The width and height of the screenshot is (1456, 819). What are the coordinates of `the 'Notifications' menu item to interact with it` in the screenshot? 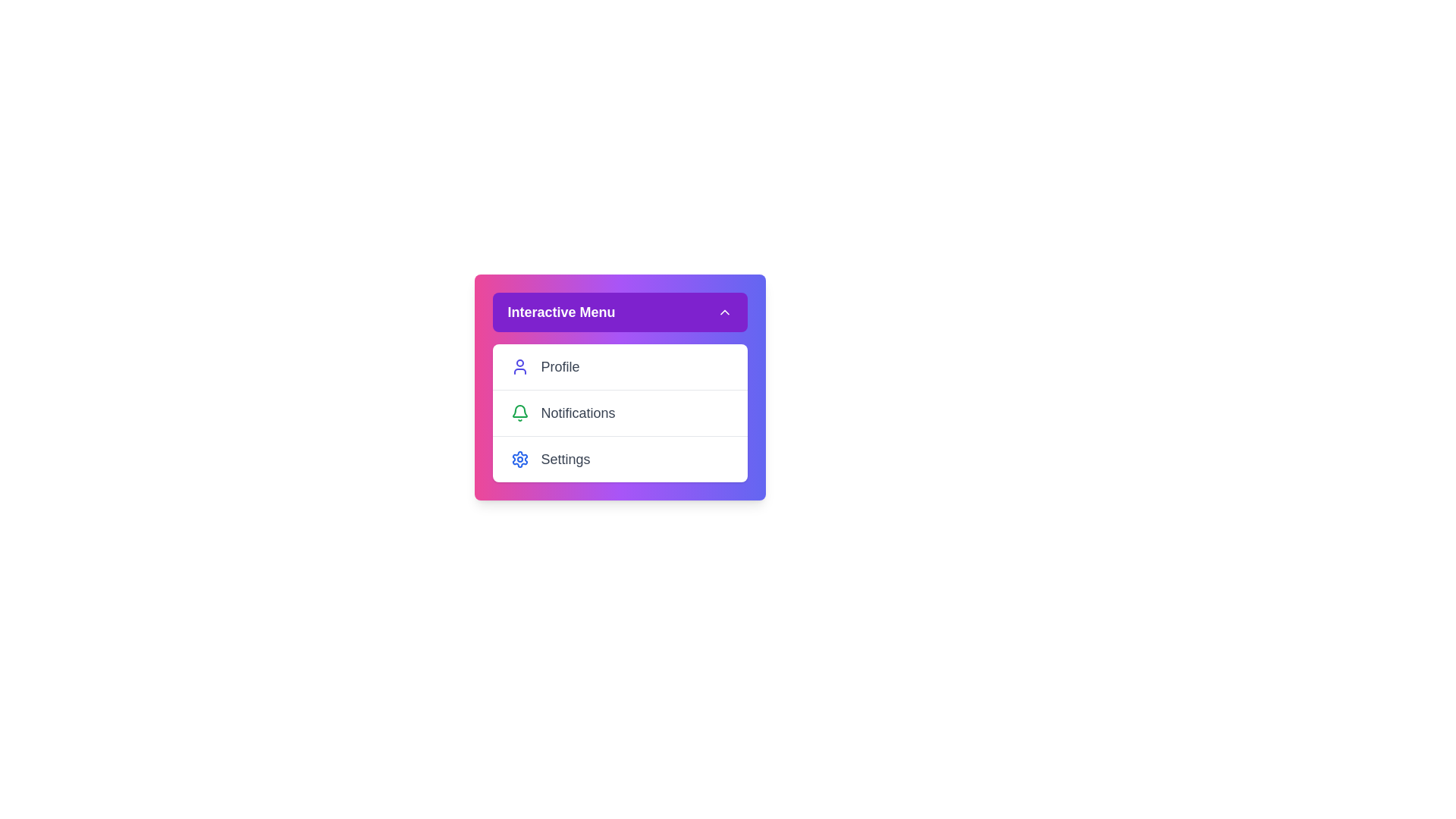 It's located at (620, 413).